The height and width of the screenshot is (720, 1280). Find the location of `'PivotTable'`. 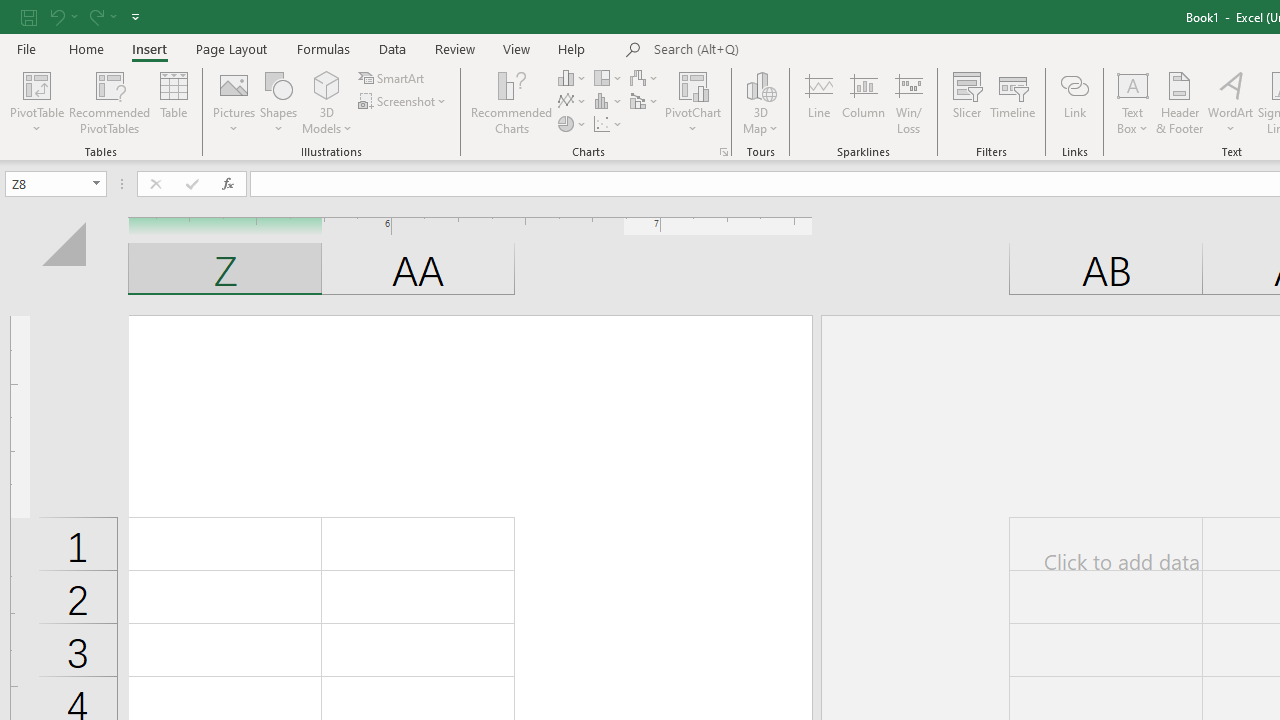

'PivotTable' is located at coordinates (37, 103).